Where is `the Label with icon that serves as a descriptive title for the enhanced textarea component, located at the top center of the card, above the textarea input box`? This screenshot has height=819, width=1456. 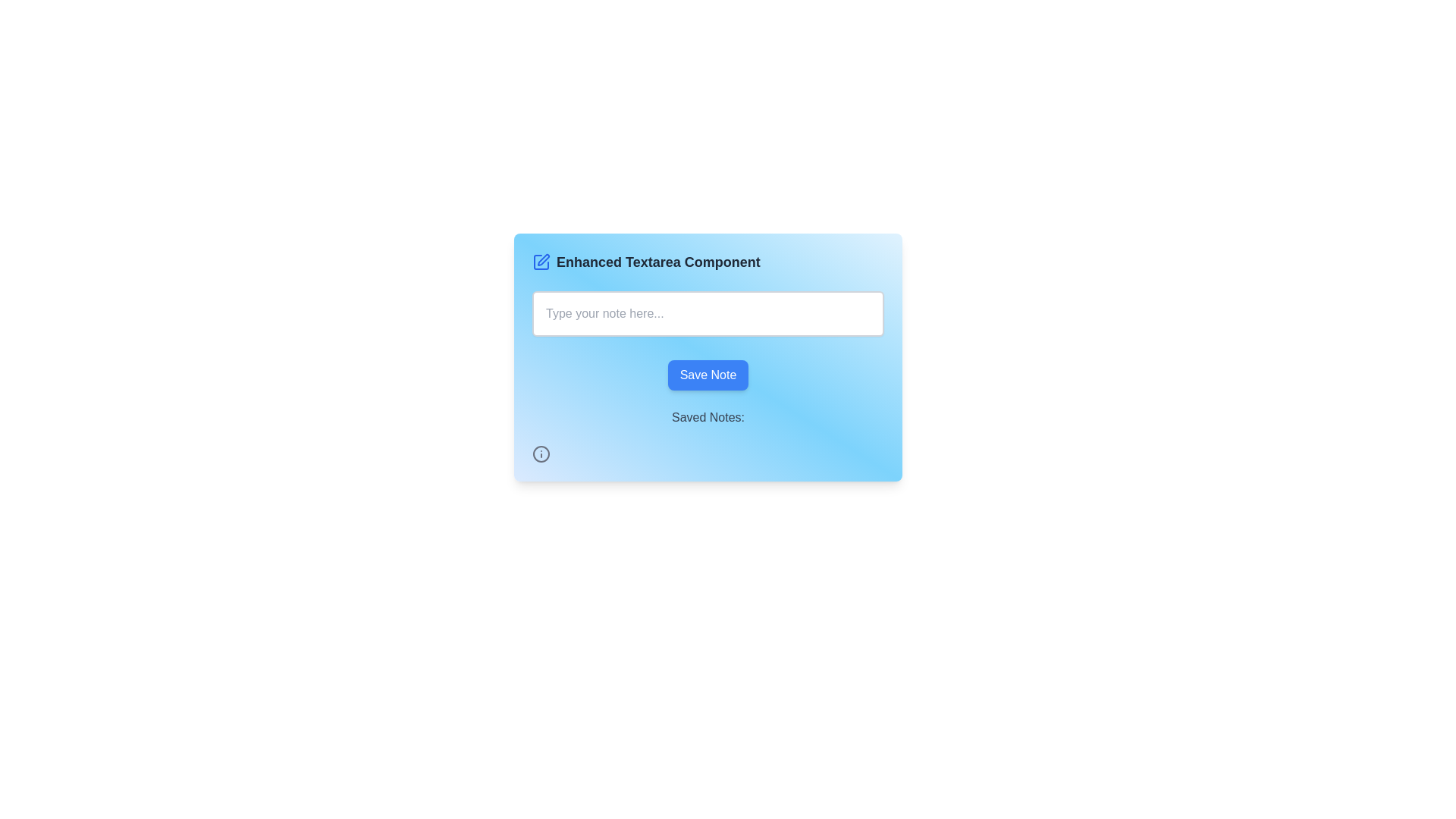
the Label with icon that serves as a descriptive title for the enhanced textarea component, located at the top center of the card, above the textarea input box is located at coordinates (708, 262).